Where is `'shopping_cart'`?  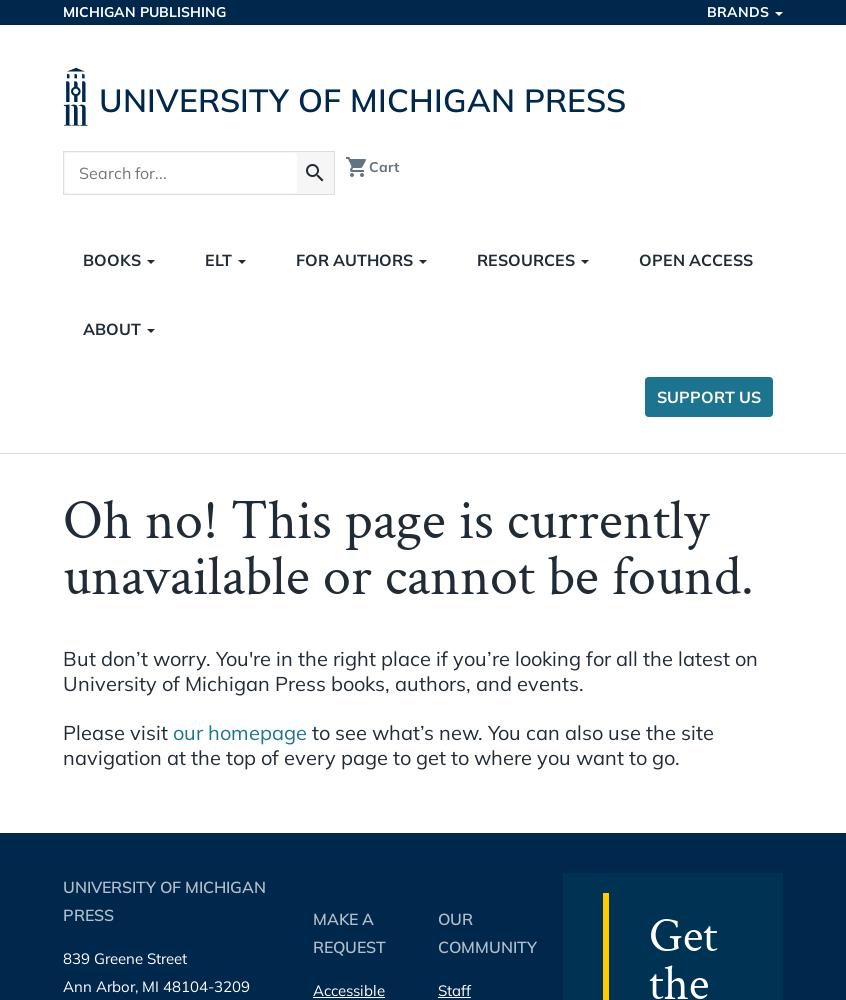
'shopping_cart' is located at coordinates (355, 167).